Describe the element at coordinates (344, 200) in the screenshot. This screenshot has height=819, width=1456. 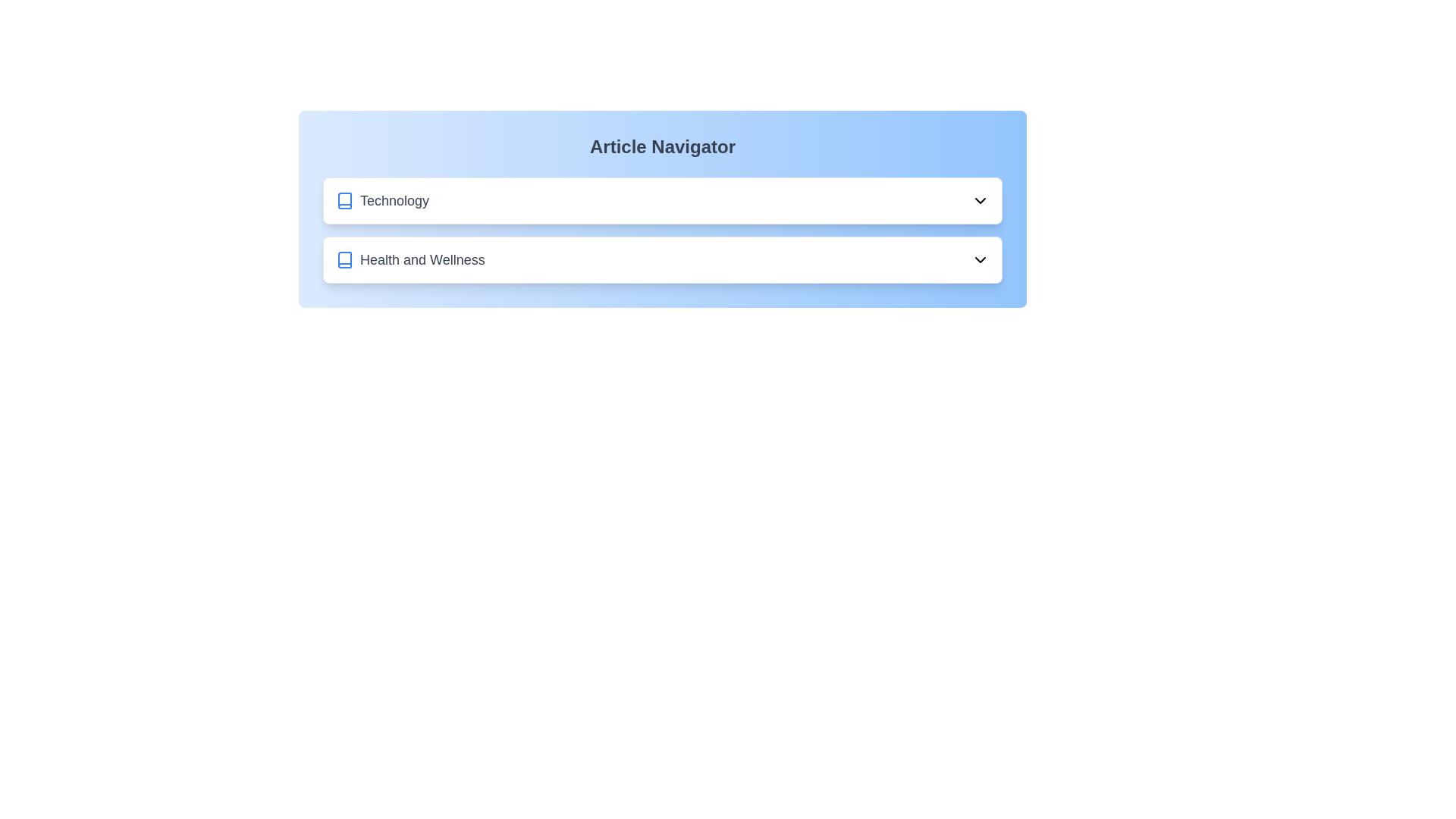
I see `the decorative book icon representing the topic of 'Technology' located in the upper selection box beside the 'Technology' text label in the Article Navigator section` at that location.